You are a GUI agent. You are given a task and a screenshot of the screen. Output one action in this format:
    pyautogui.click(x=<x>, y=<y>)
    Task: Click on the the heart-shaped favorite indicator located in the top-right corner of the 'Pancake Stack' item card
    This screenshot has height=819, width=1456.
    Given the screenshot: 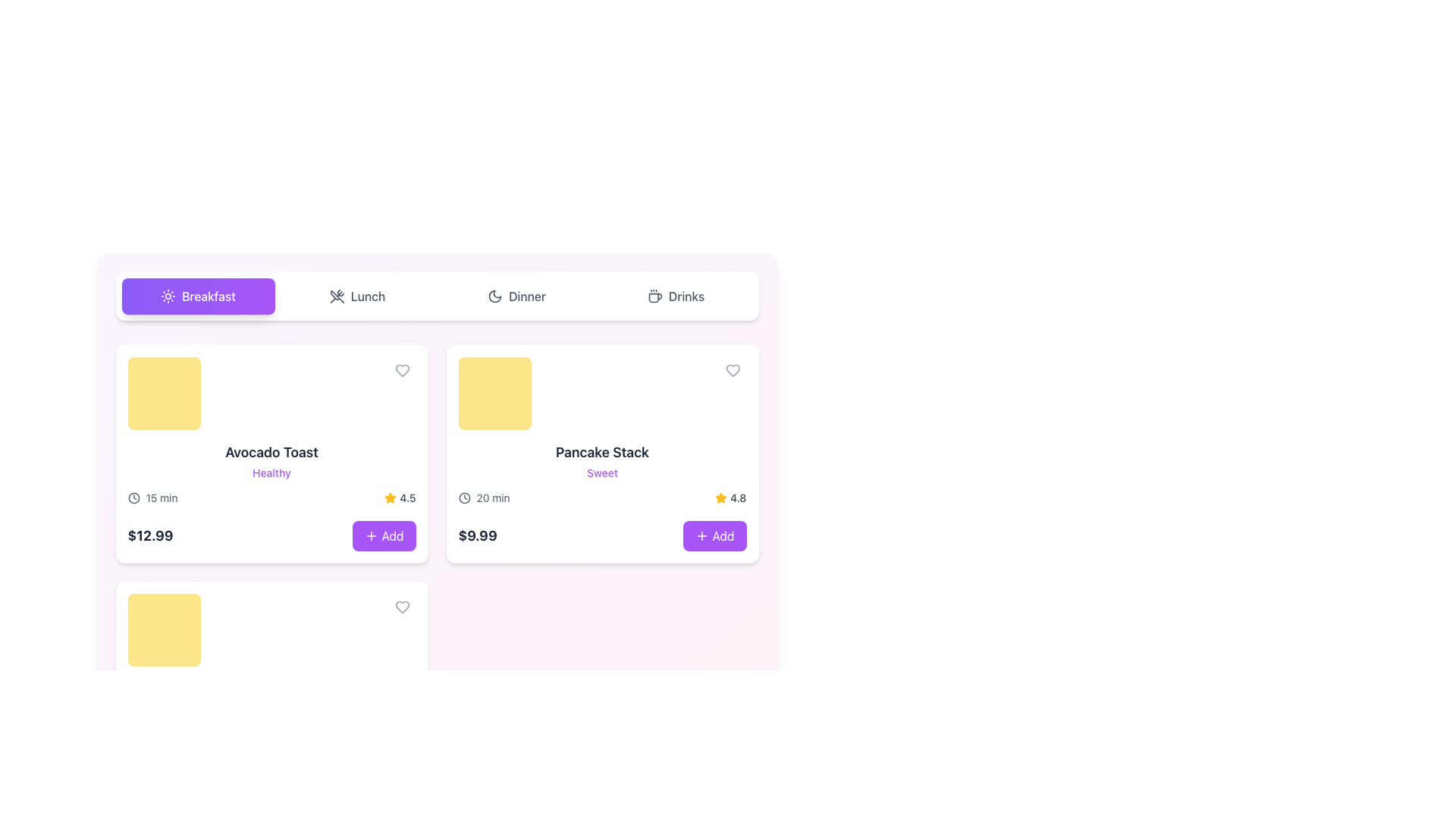 What is the action you would take?
    pyautogui.click(x=733, y=371)
    